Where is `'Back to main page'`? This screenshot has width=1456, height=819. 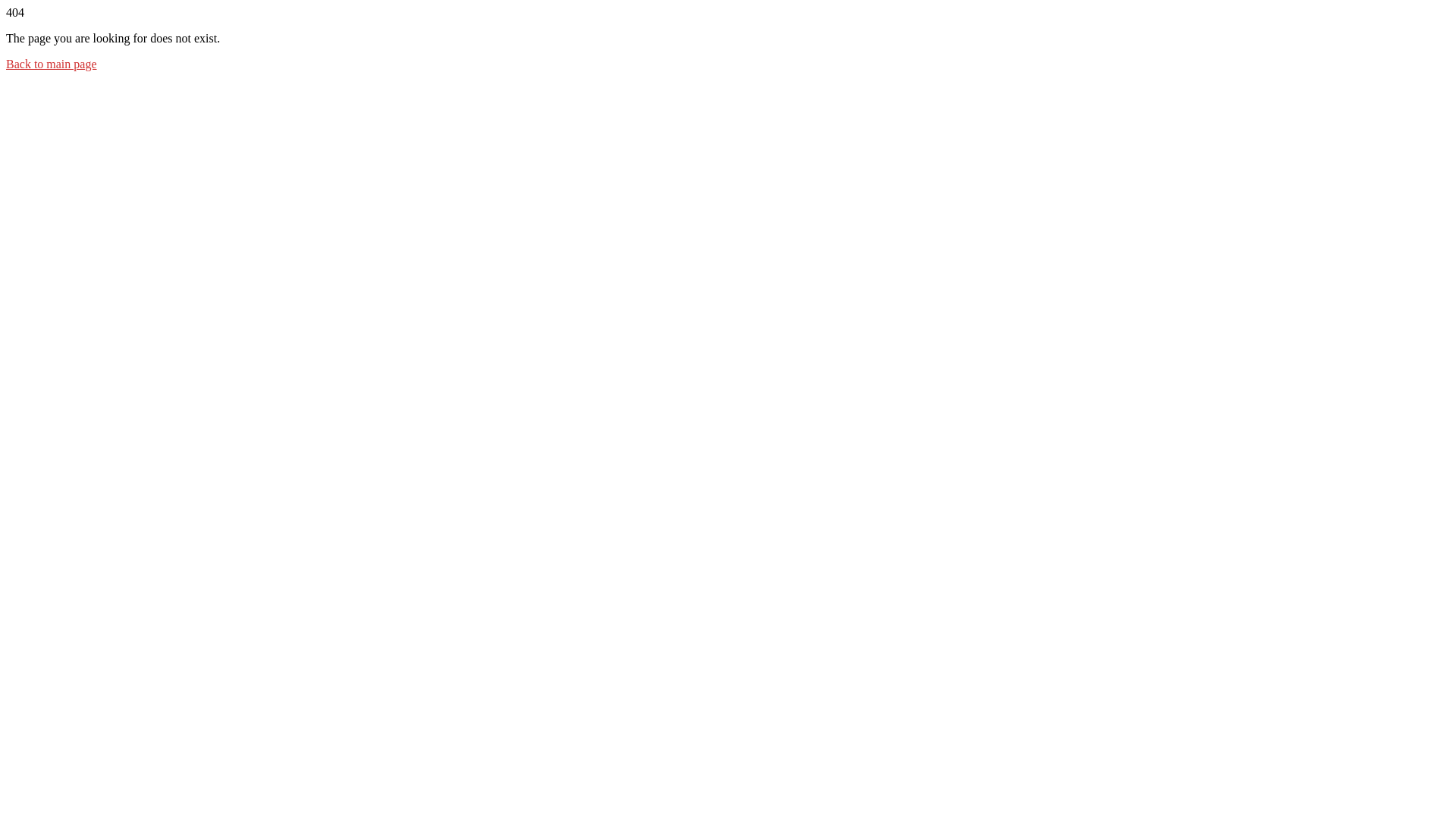 'Back to main page' is located at coordinates (6, 63).